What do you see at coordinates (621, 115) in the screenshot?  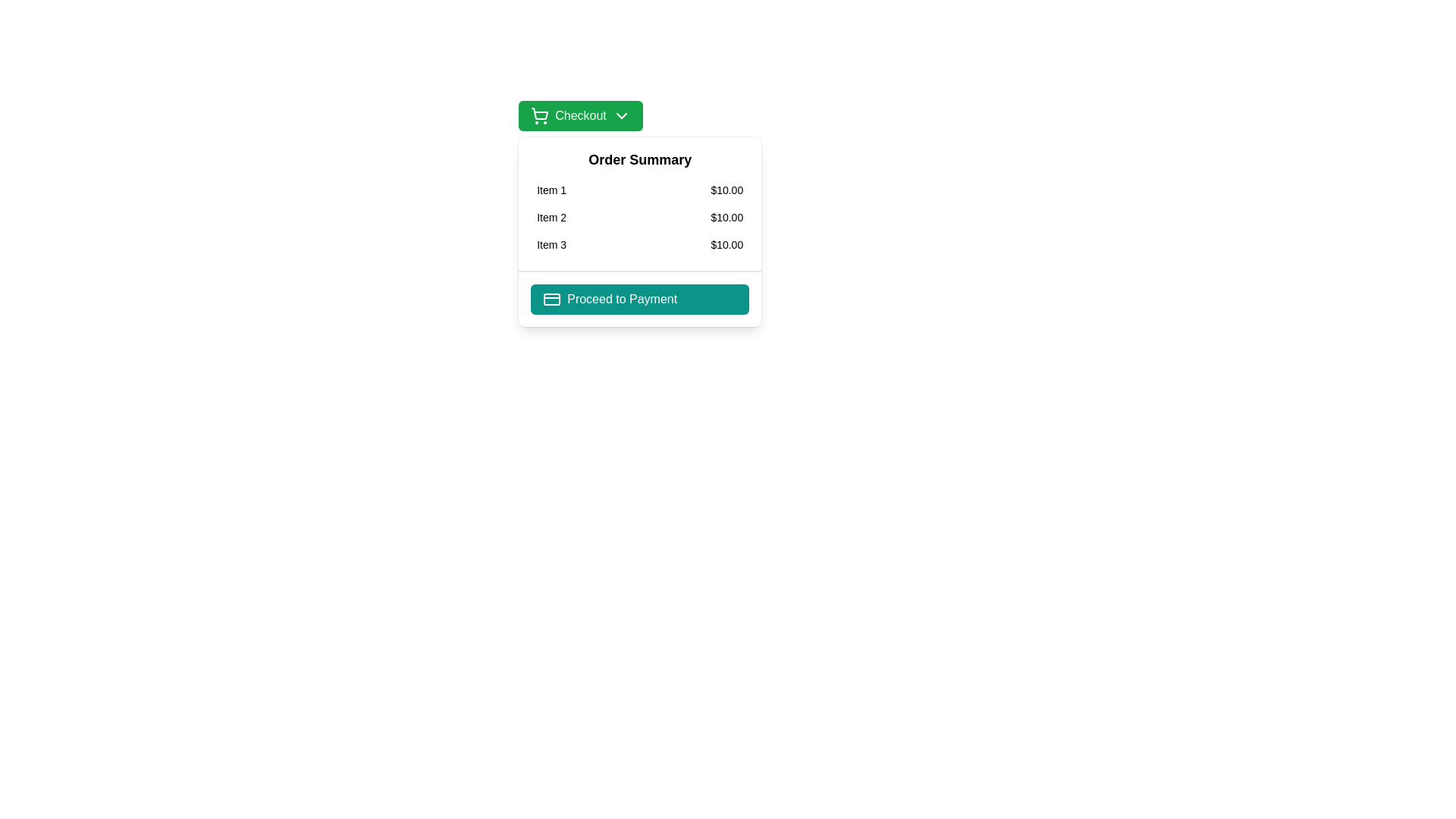 I see `the downward-pointing chevron icon with a green background located to the right of the 'Checkout' text within the green 'Checkout' button` at bounding box center [621, 115].